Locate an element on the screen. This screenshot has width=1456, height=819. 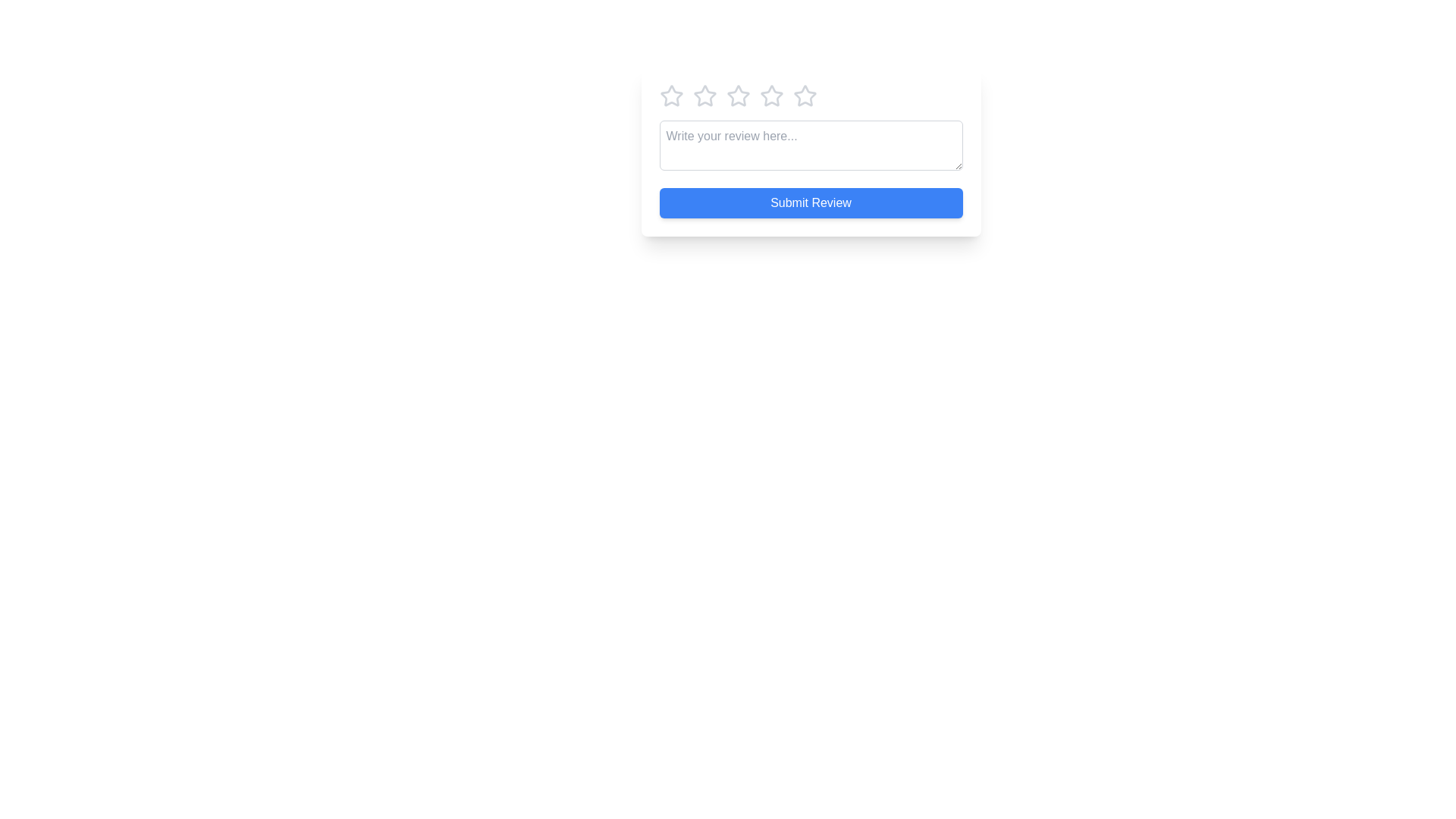
the fourth star icon in the star-based rating system is located at coordinates (804, 96).